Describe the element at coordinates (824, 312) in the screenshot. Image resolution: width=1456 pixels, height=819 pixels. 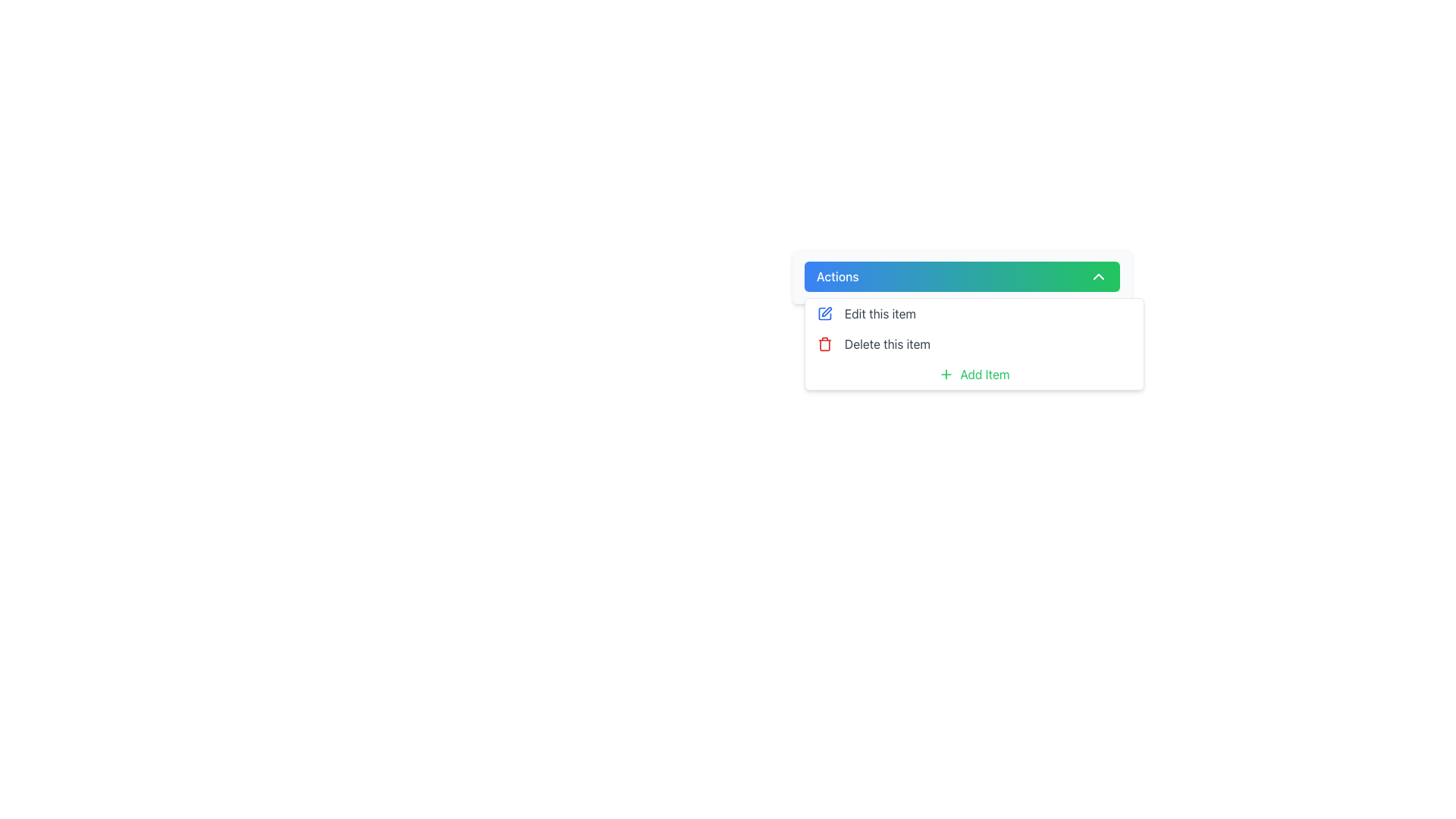
I see `the vibrant blue pen icon located in the dropdown menu labeled 'Actions'` at that location.